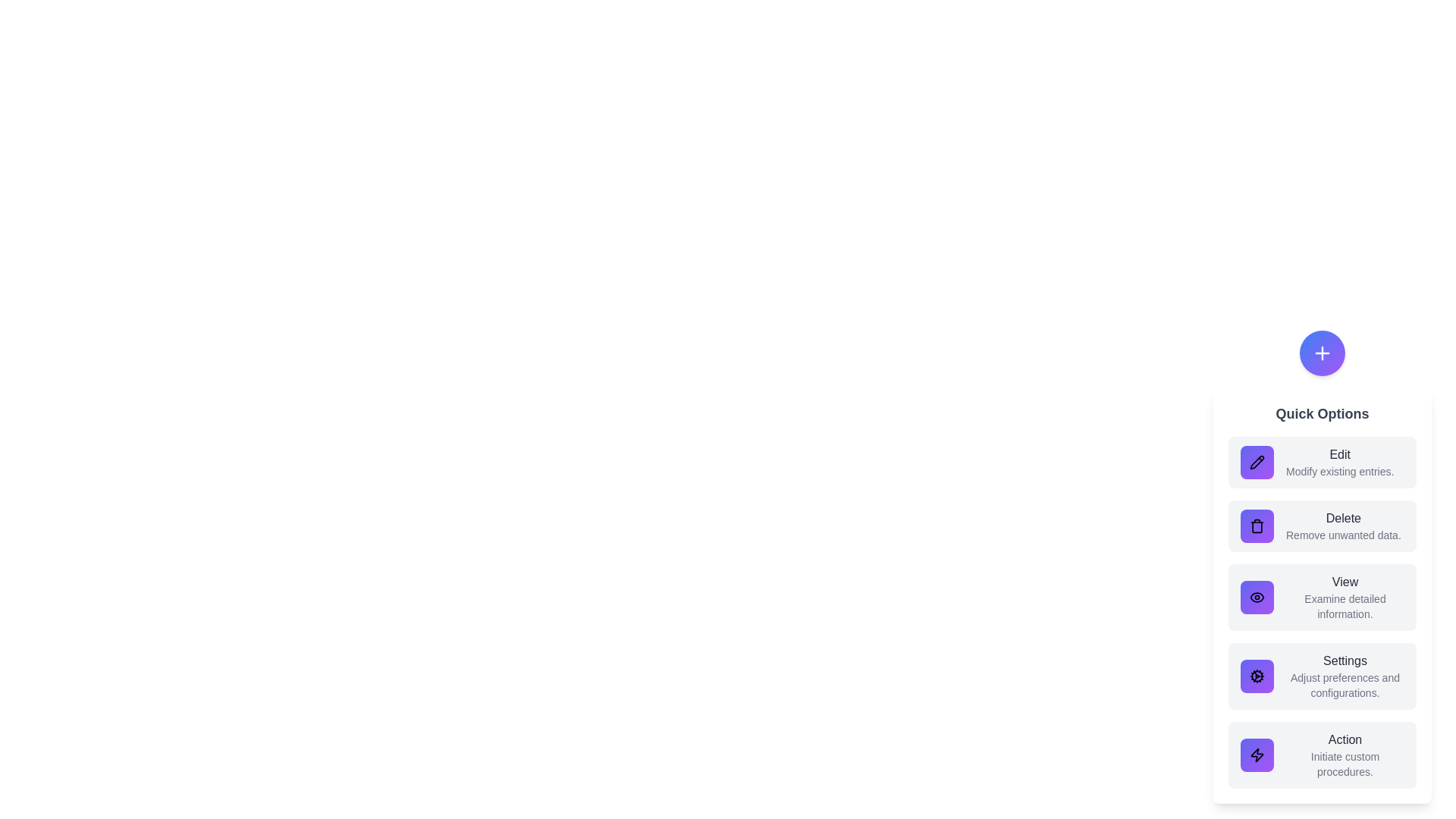  Describe the element at coordinates (1321, 675) in the screenshot. I see `the Settings option from the list` at that location.